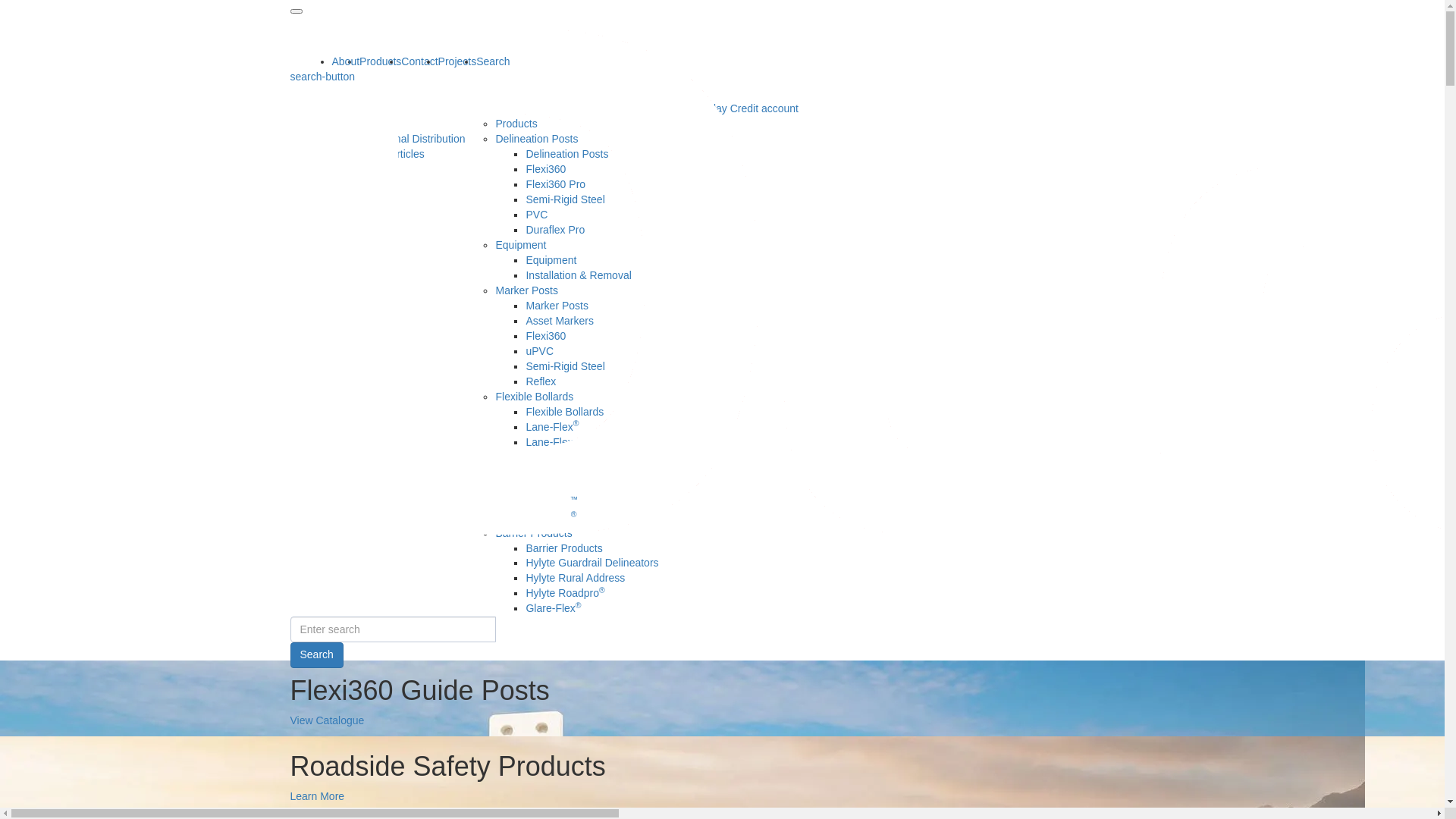 The image size is (1456, 819). I want to click on 'Barrier Products', so click(533, 532).